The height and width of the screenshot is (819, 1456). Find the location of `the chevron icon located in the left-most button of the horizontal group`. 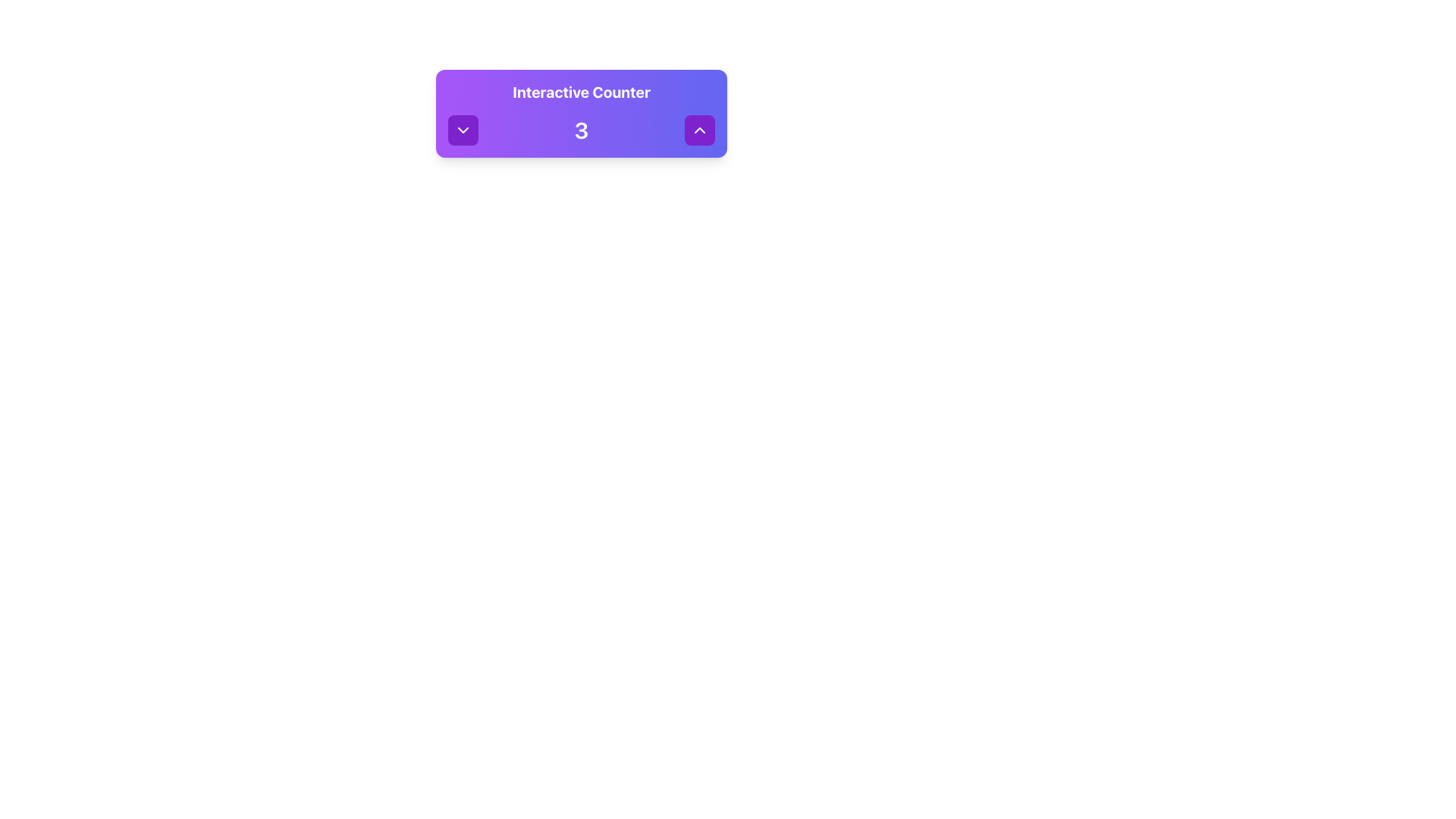

the chevron icon located in the left-most button of the horizontal group is located at coordinates (462, 130).